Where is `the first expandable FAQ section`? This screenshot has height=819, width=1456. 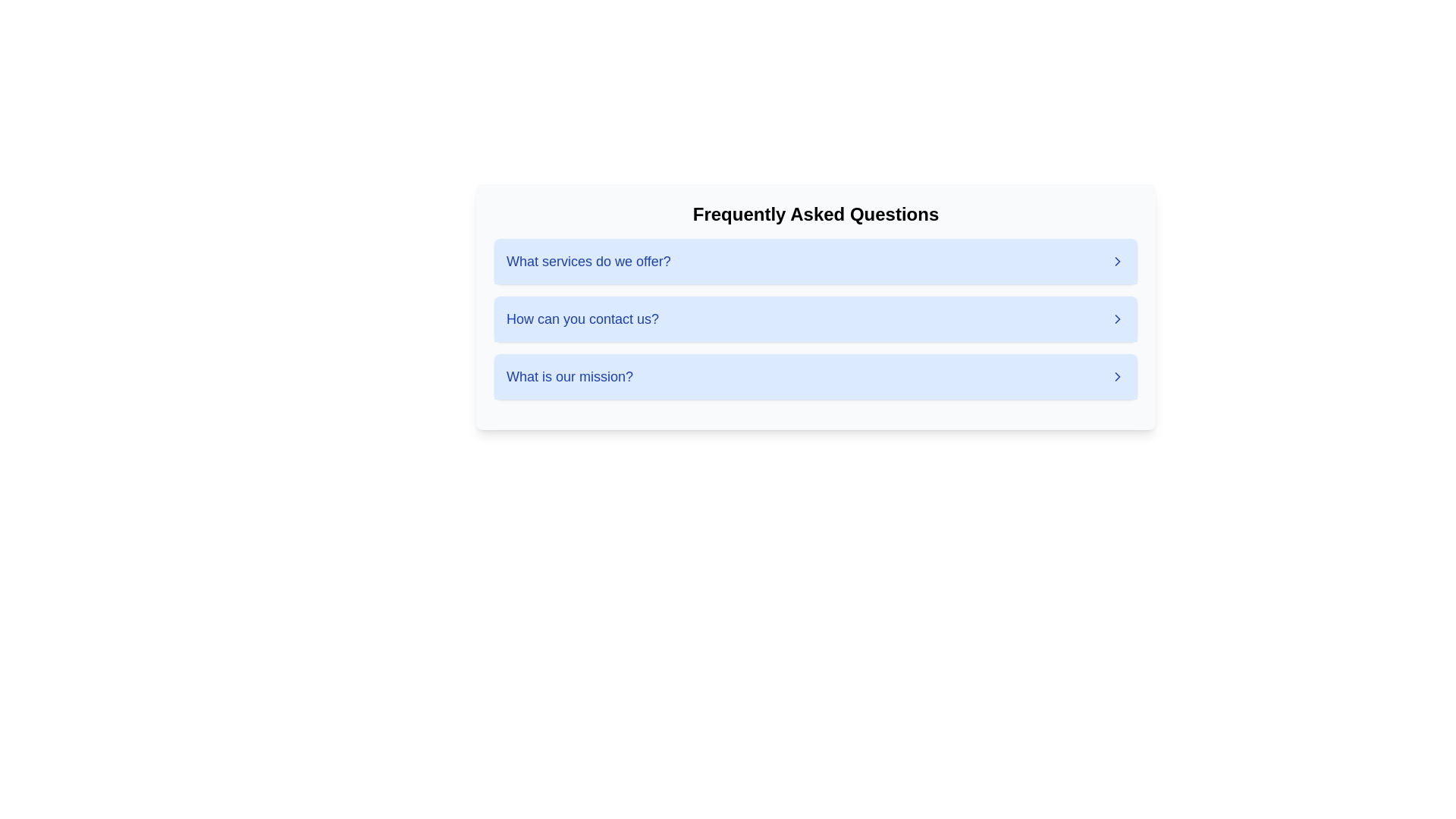
the first expandable FAQ section is located at coordinates (814, 260).